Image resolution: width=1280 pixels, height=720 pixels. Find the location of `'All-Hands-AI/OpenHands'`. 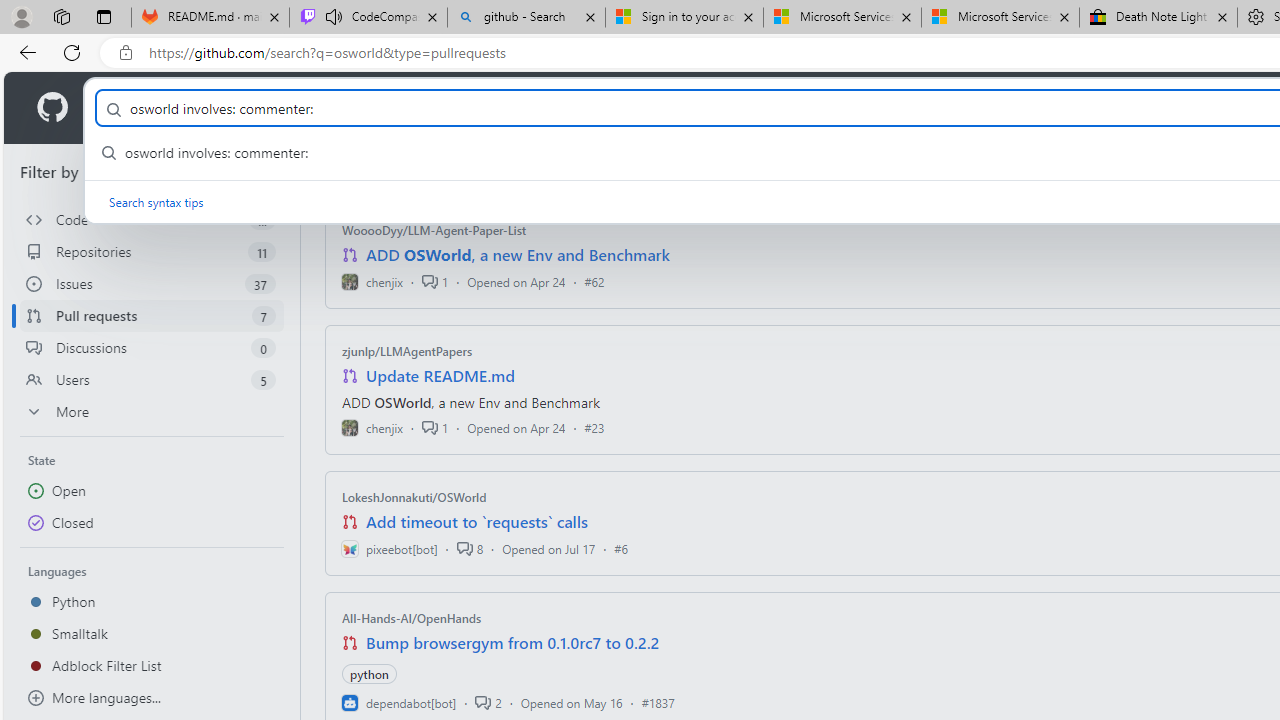

'All-Hands-AI/OpenHands' is located at coordinates (411, 617).